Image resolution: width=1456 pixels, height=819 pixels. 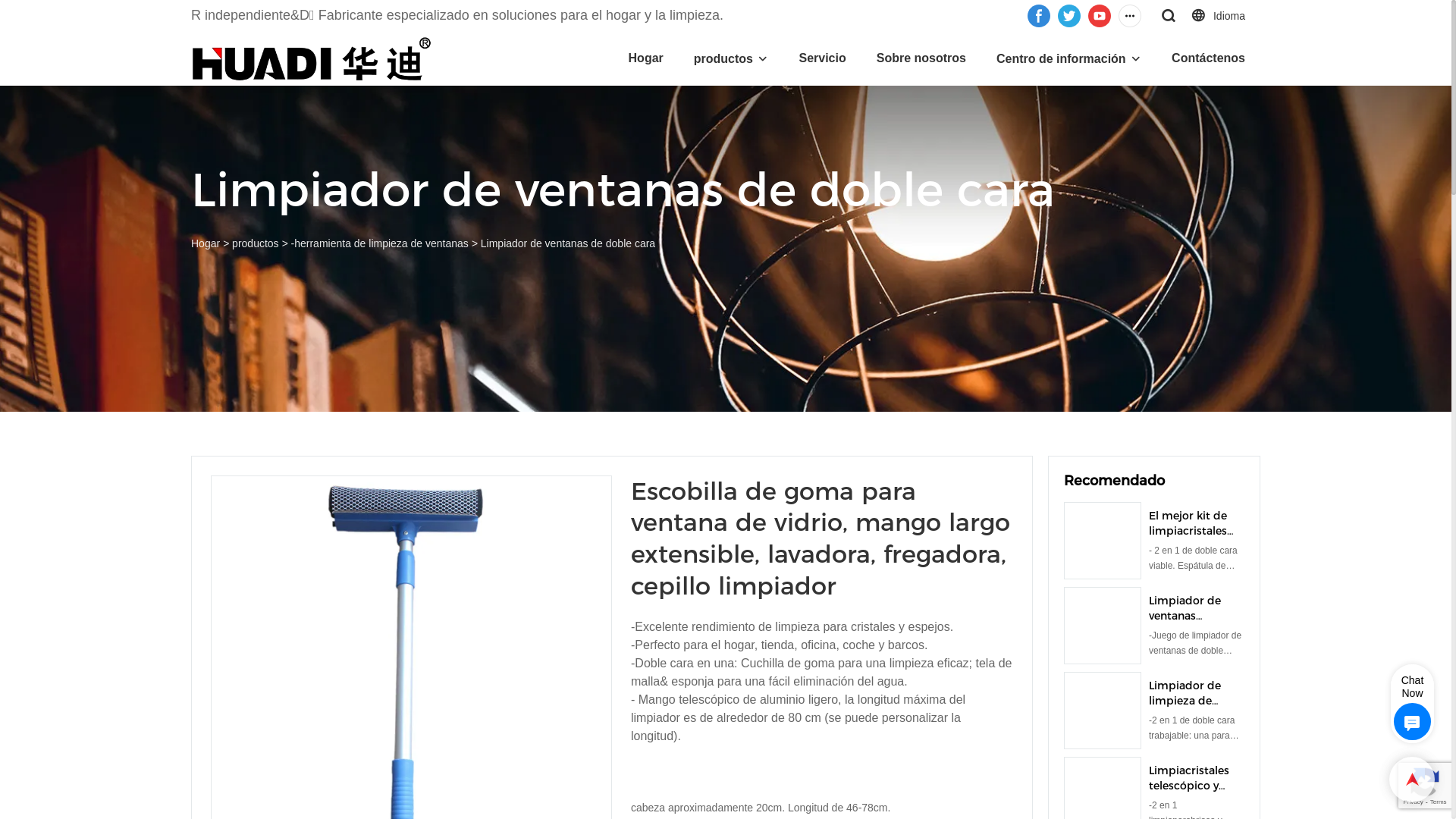 I want to click on '-herramienta de limpieza de ventanas', so click(x=379, y=242).